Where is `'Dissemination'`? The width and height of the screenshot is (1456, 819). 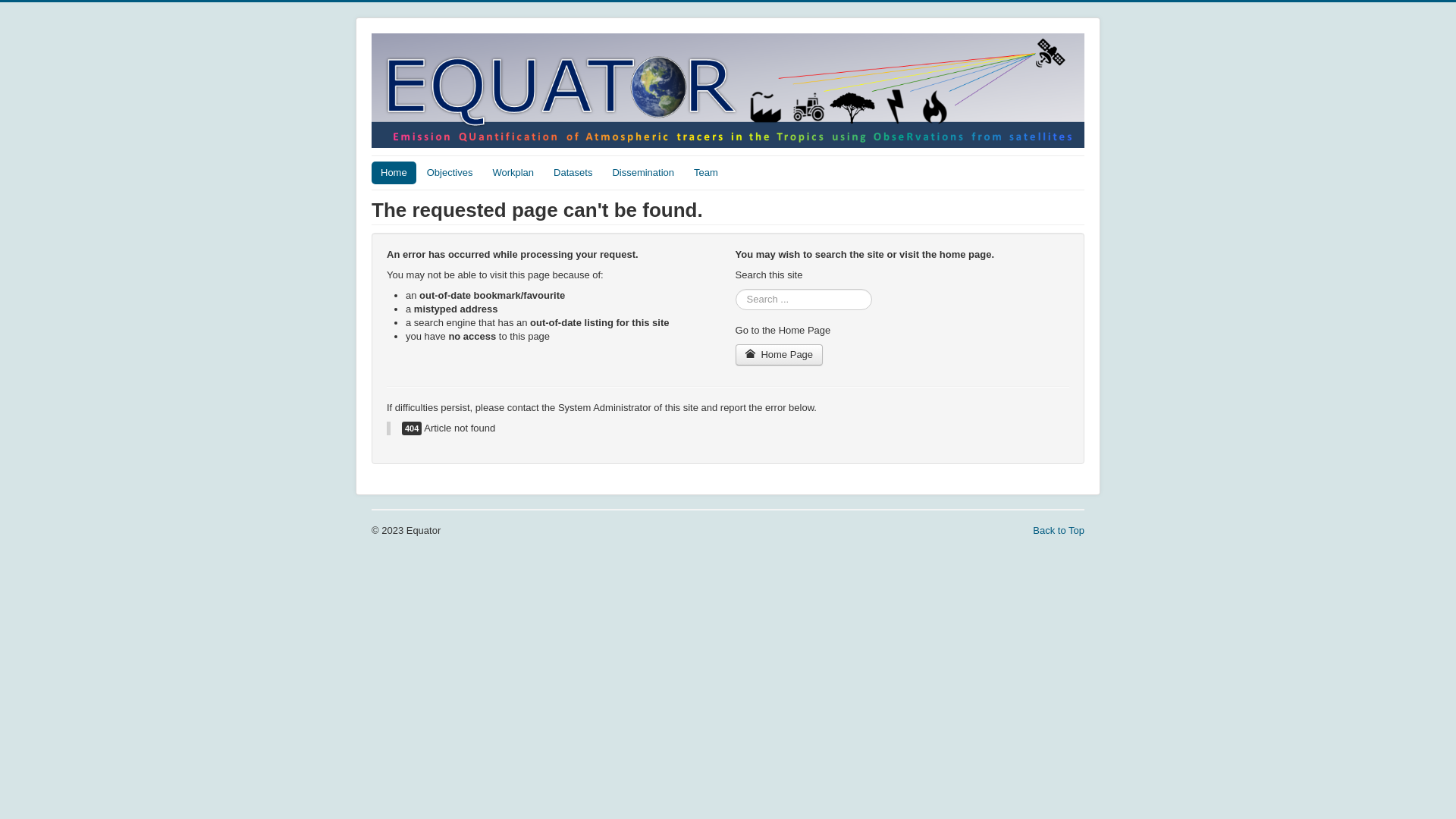 'Dissemination' is located at coordinates (643, 171).